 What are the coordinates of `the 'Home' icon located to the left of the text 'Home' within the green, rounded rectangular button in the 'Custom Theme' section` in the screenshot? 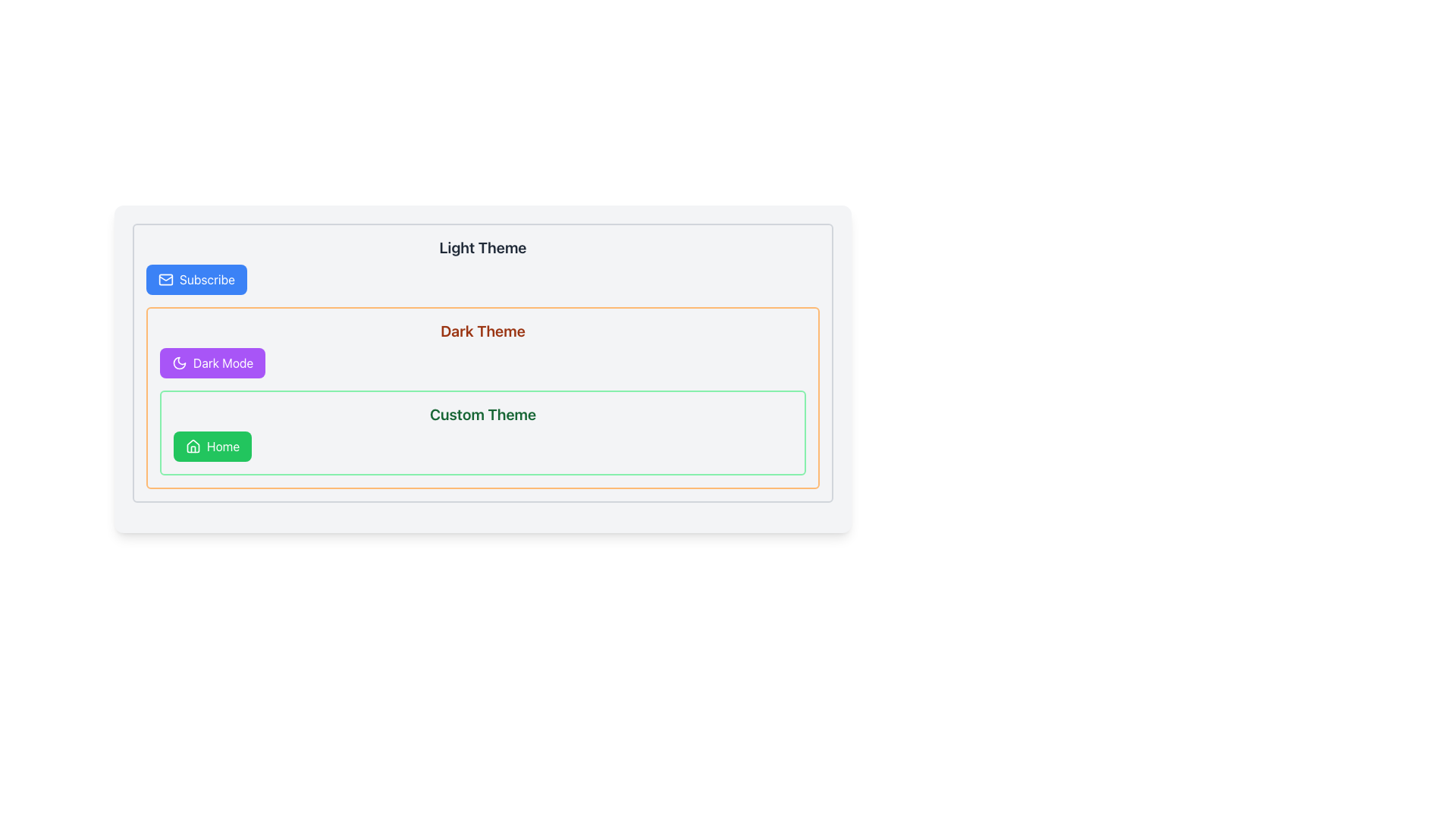 It's located at (192, 446).